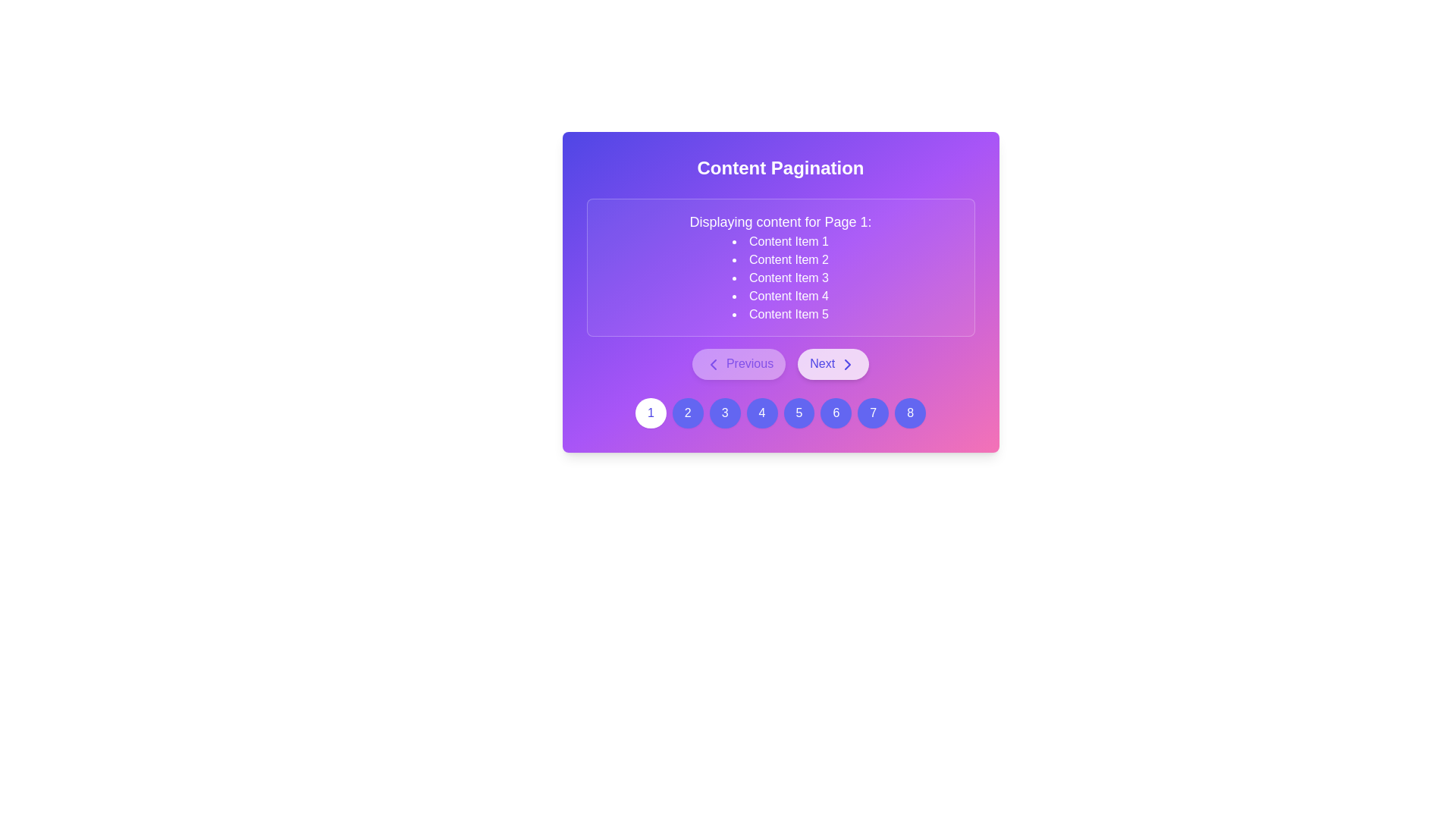 This screenshot has width=1456, height=819. I want to click on the 'Next' button, which contains a chevron icon for navigation to the next page or content section, so click(846, 364).